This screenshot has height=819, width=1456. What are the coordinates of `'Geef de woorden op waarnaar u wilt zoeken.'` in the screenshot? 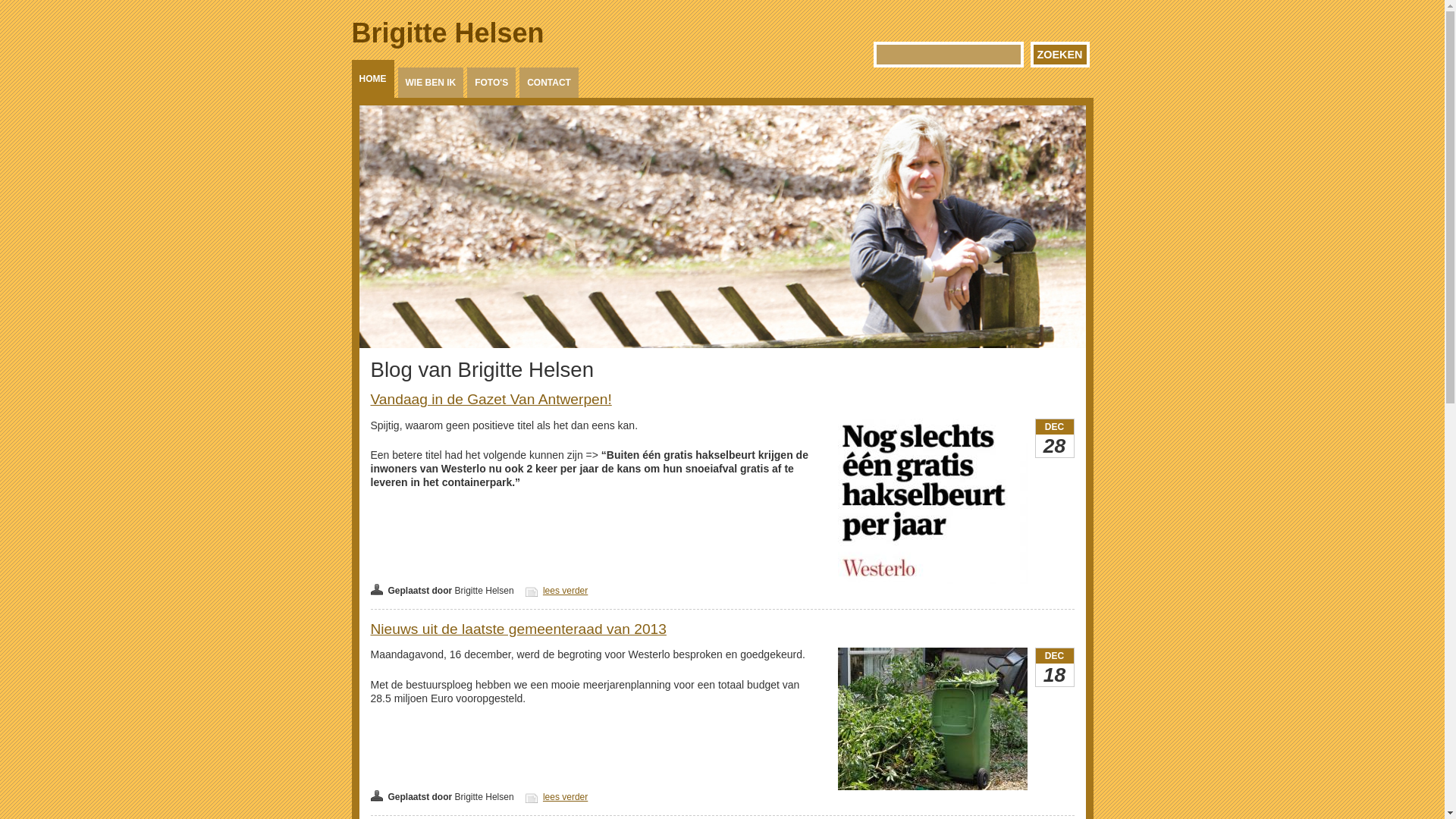 It's located at (948, 54).